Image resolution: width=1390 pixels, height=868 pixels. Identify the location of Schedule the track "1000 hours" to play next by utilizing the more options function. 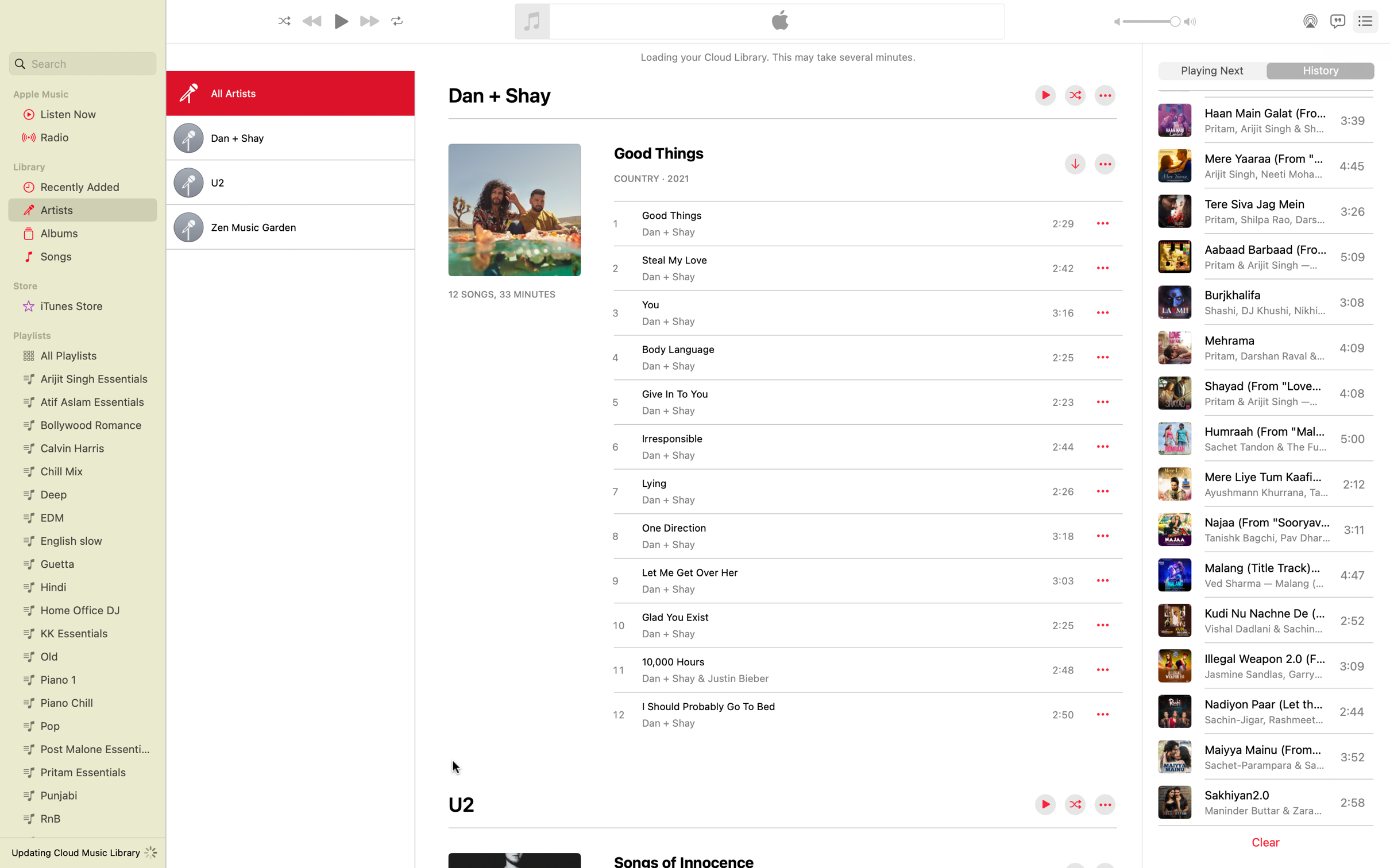
(1102, 669).